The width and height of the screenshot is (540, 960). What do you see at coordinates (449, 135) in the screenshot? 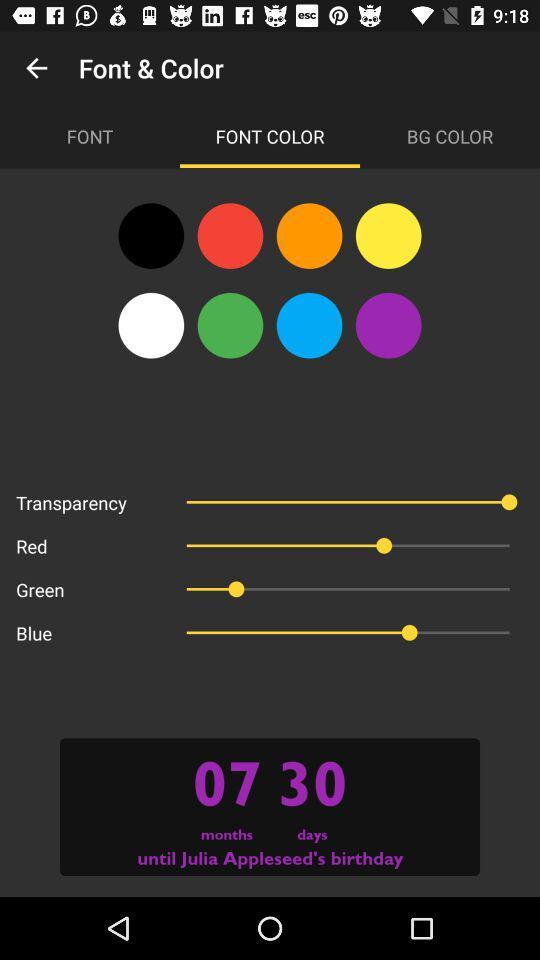
I see `the bg color` at bounding box center [449, 135].